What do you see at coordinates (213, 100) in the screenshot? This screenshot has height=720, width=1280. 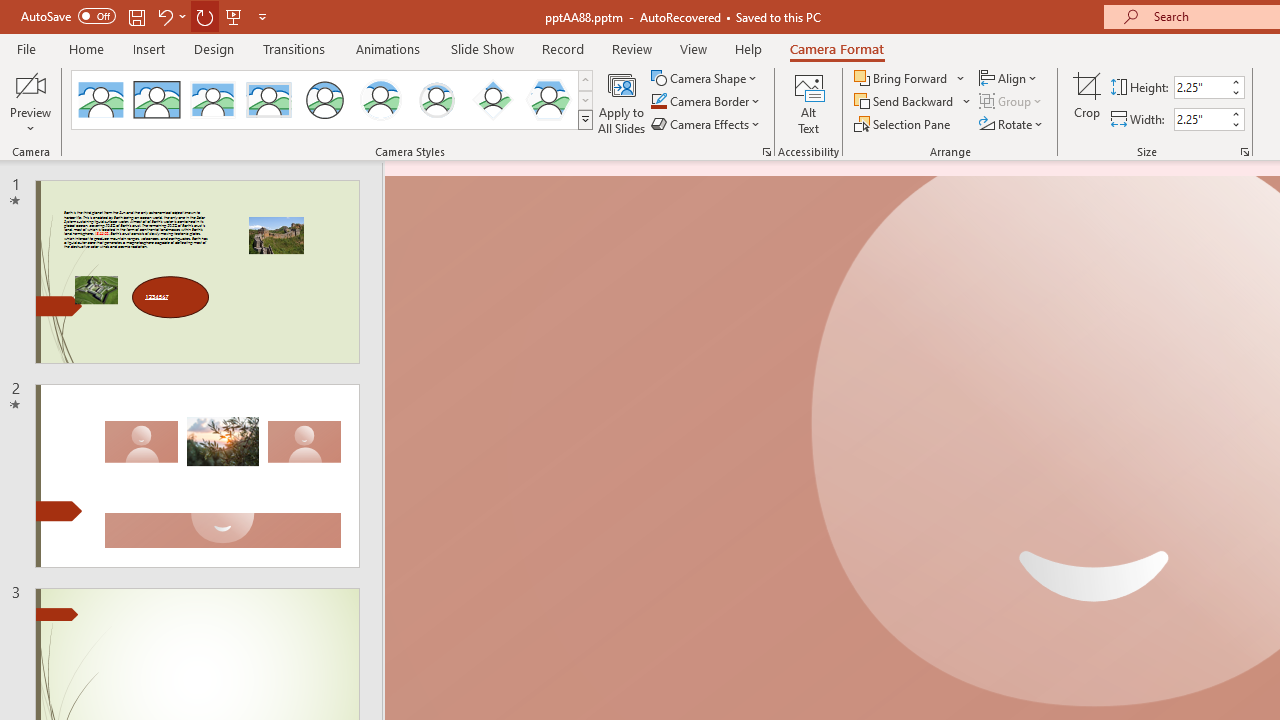 I see `'Center Shadow Rectangle'` at bounding box center [213, 100].